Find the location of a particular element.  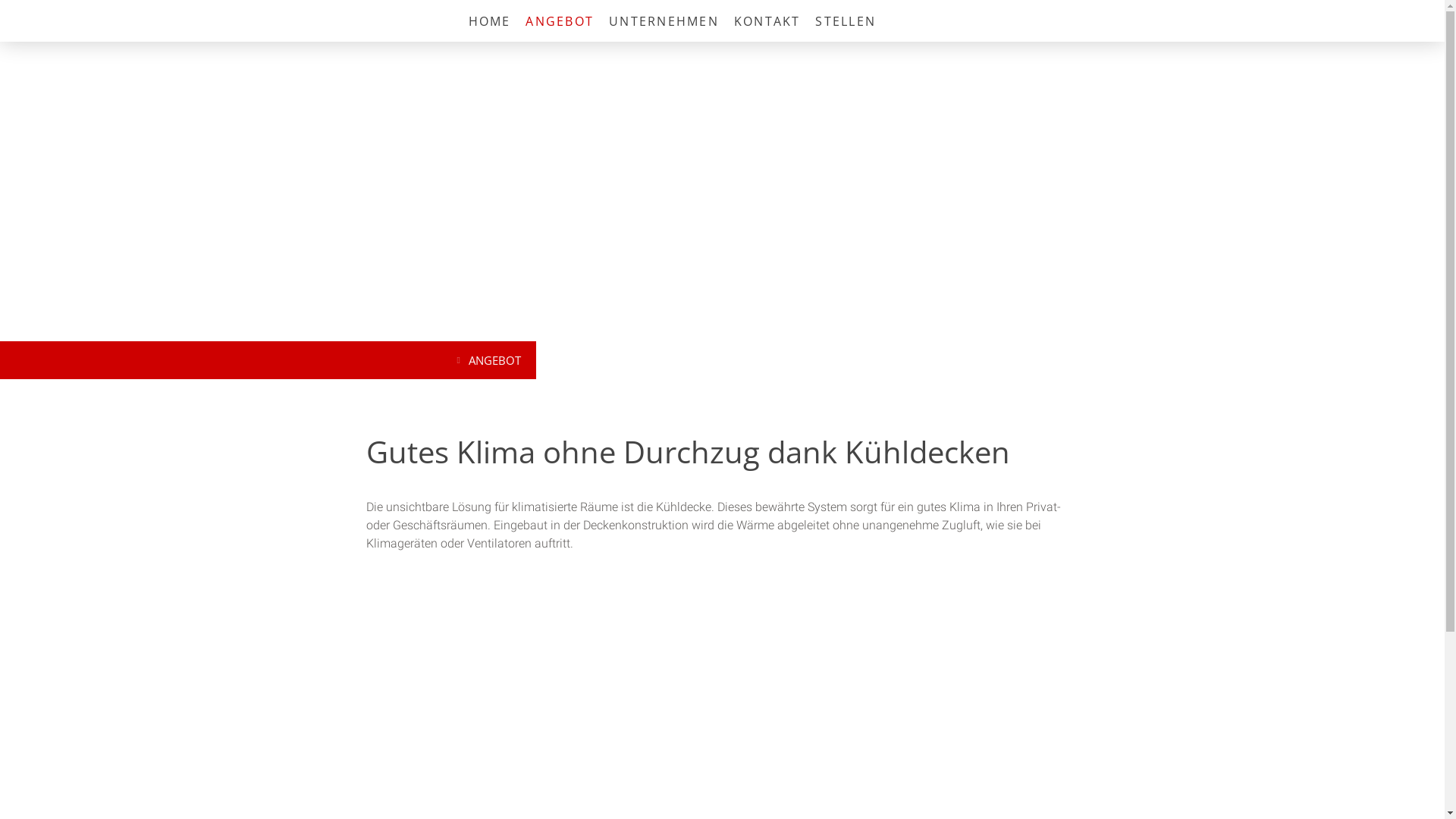

'ANGEBOT' is located at coordinates (491, 359).